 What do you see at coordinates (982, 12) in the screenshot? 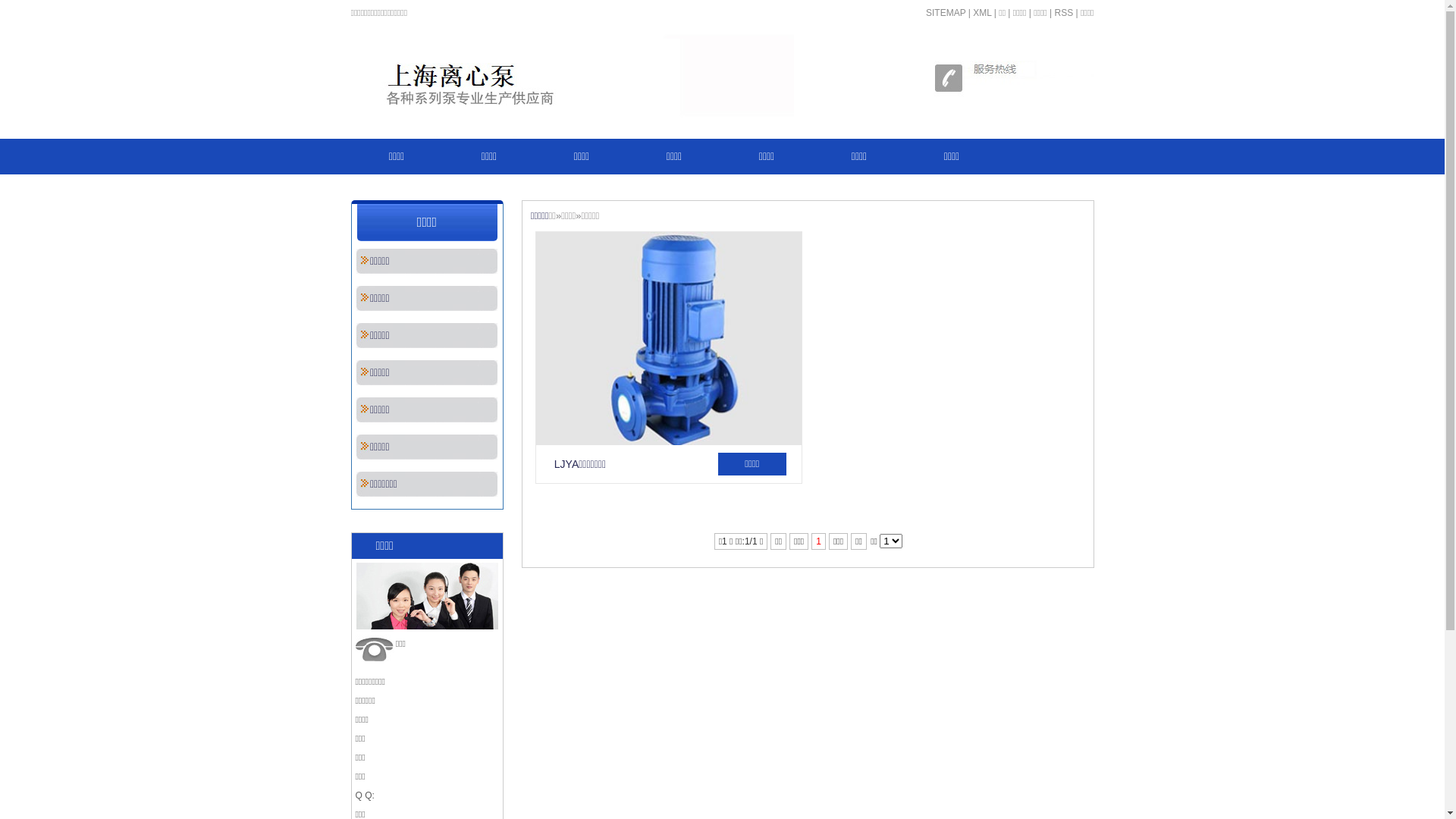
I see `'XML'` at bounding box center [982, 12].